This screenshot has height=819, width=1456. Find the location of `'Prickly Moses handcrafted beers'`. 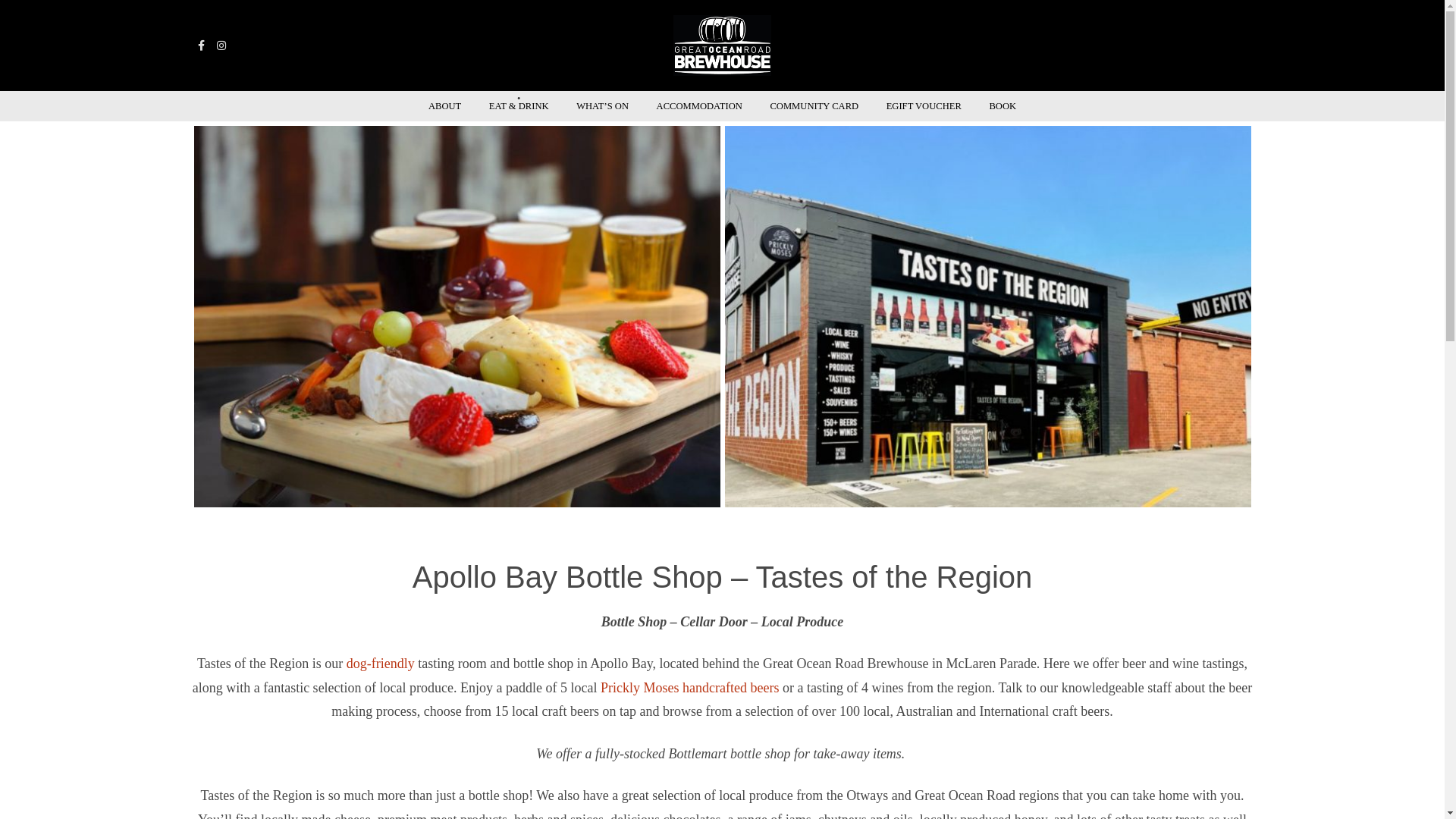

'Prickly Moses handcrafted beers' is located at coordinates (689, 687).